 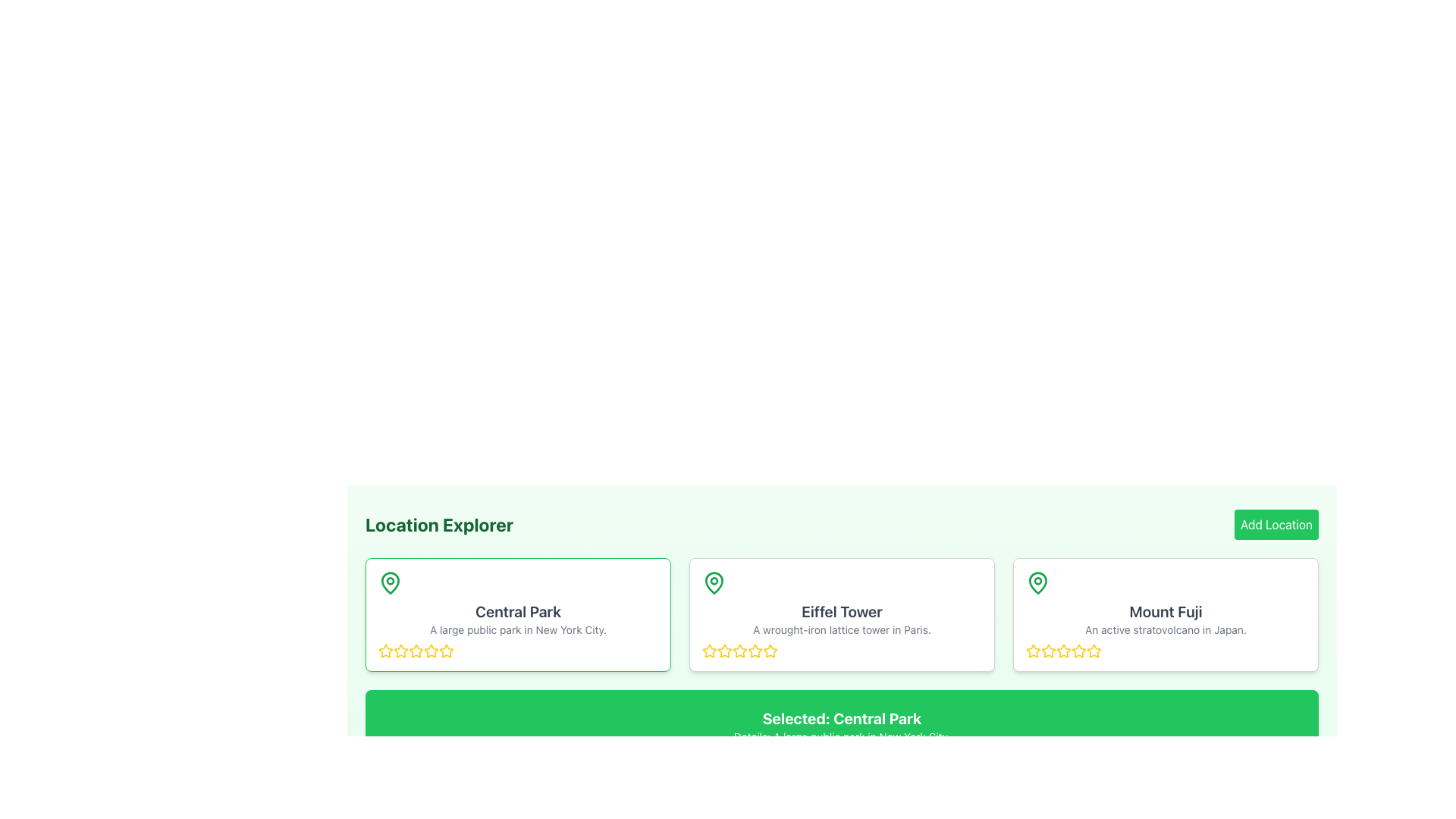 I want to click on the third star rating icon, so click(x=1077, y=649).